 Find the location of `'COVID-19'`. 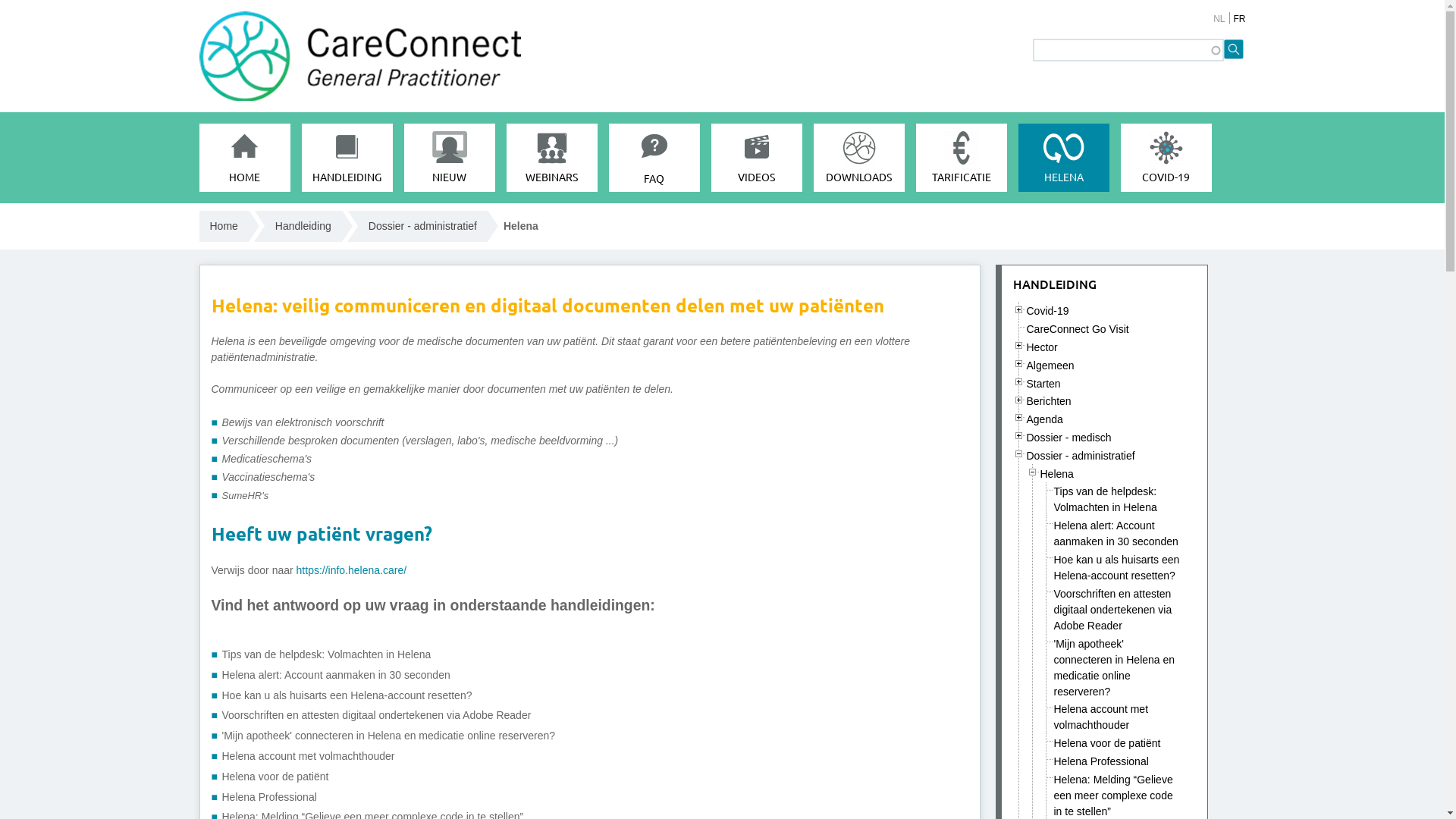

'COVID-19' is located at coordinates (1121, 158).